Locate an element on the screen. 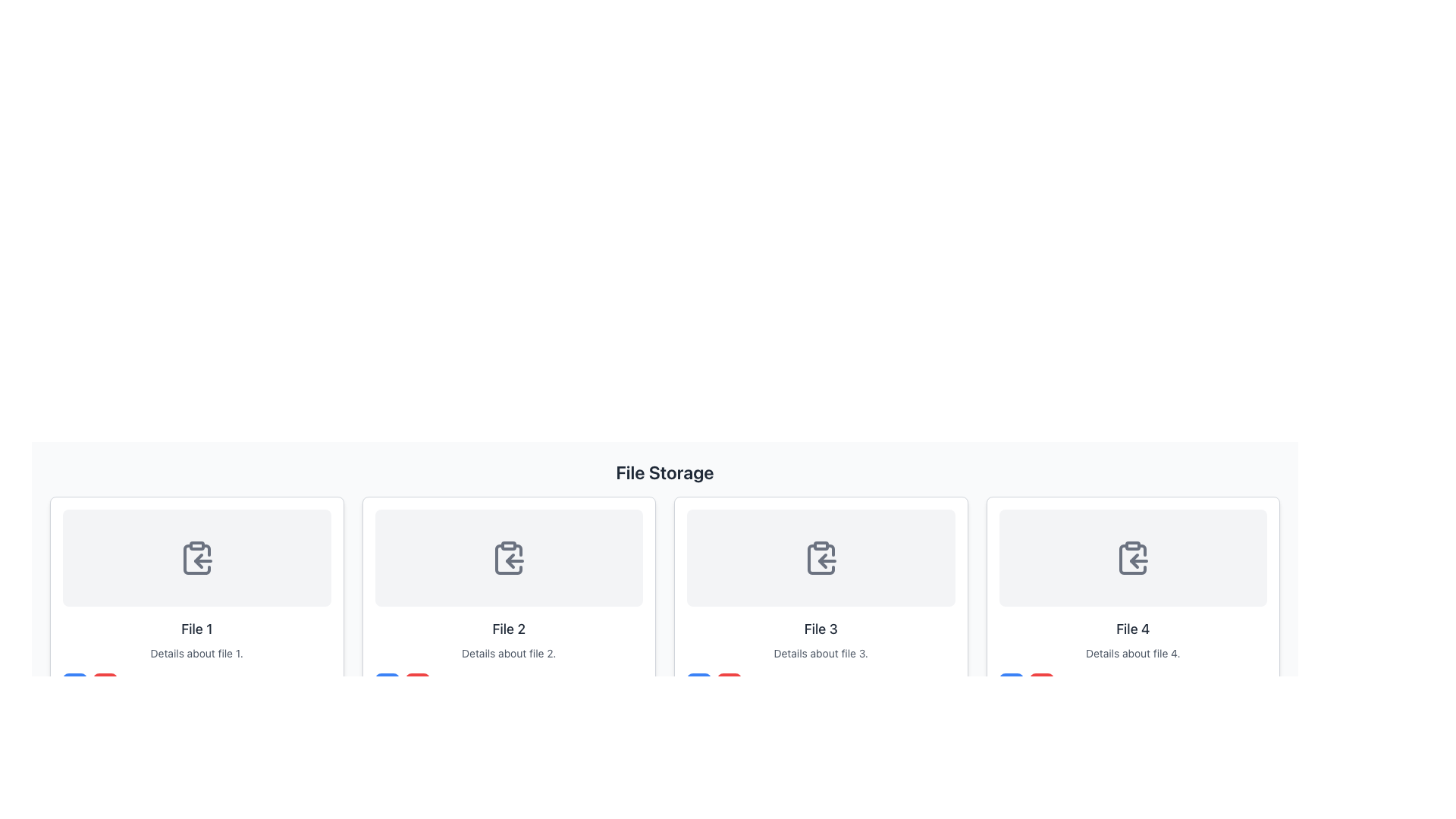 The image size is (1456, 819). the clipboard icon located in the second column of a grid layout, above the label 'File 2' is located at coordinates (509, 558).